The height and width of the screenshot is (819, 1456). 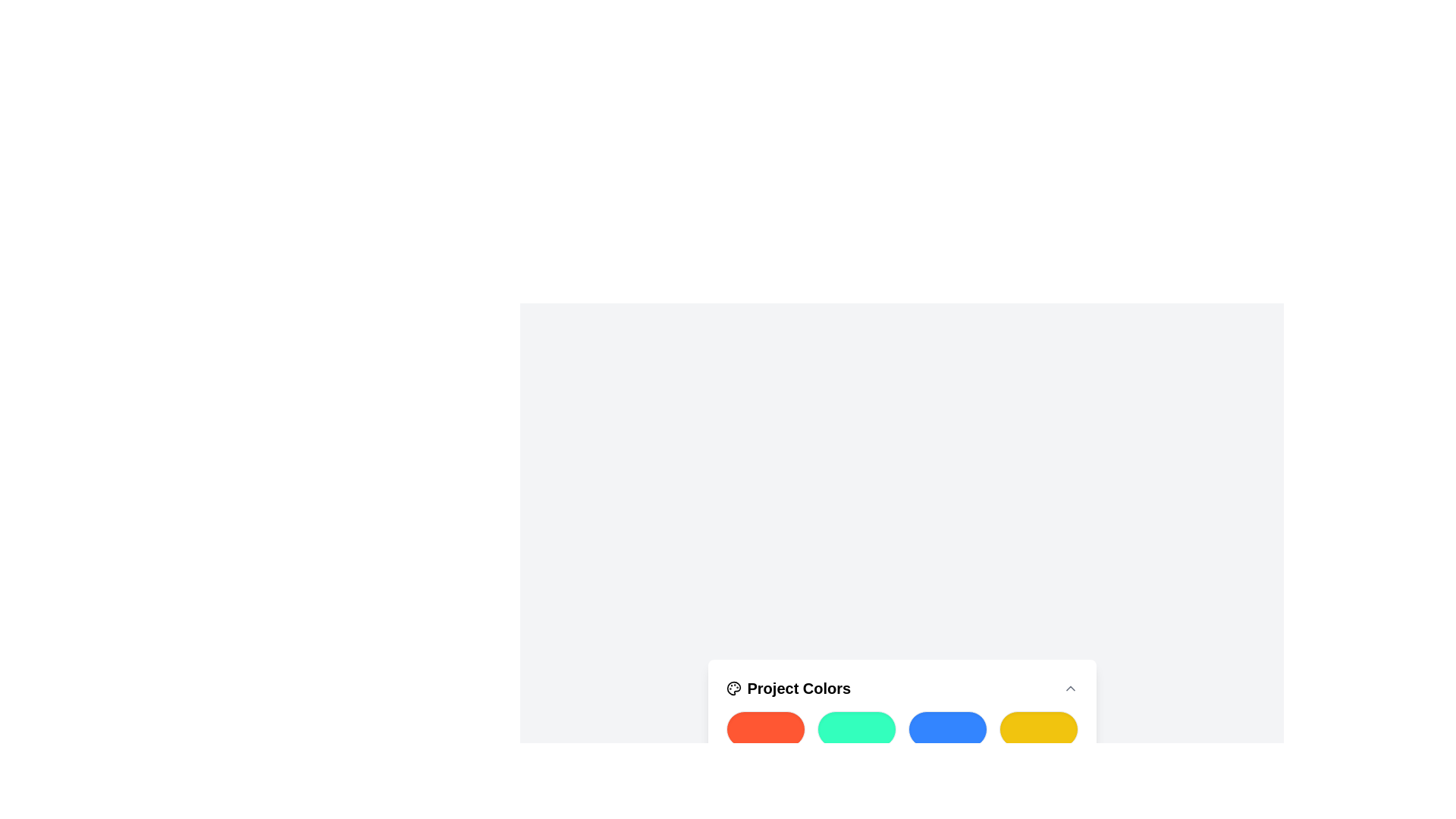 What do you see at coordinates (902, 728) in the screenshot?
I see `one of the colored sections in the Color grid, which is located in the 'Project Colors' card at the bottom center of the interface` at bounding box center [902, 728].